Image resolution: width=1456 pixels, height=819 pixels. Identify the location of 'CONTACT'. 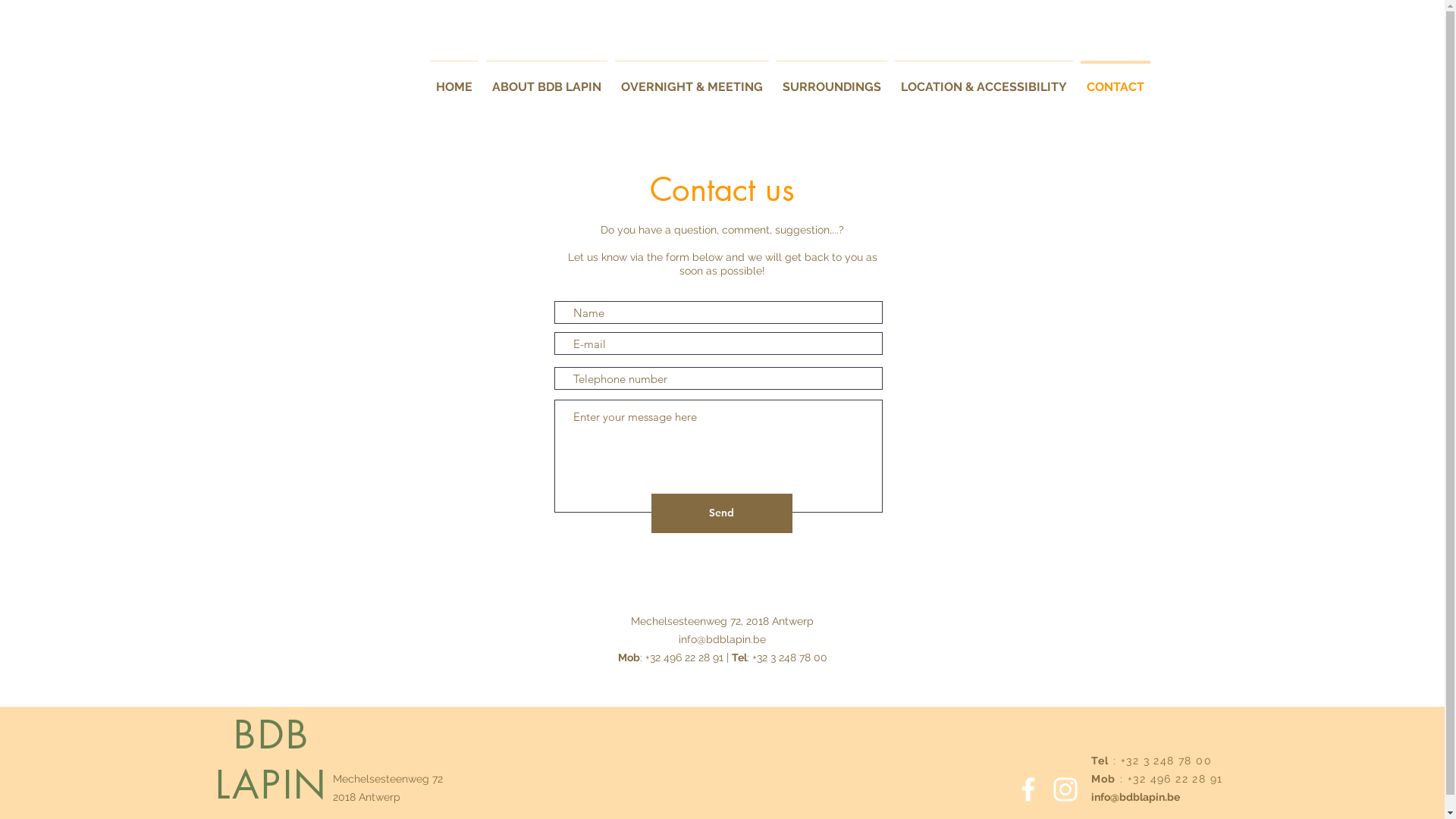
(1115, 80).